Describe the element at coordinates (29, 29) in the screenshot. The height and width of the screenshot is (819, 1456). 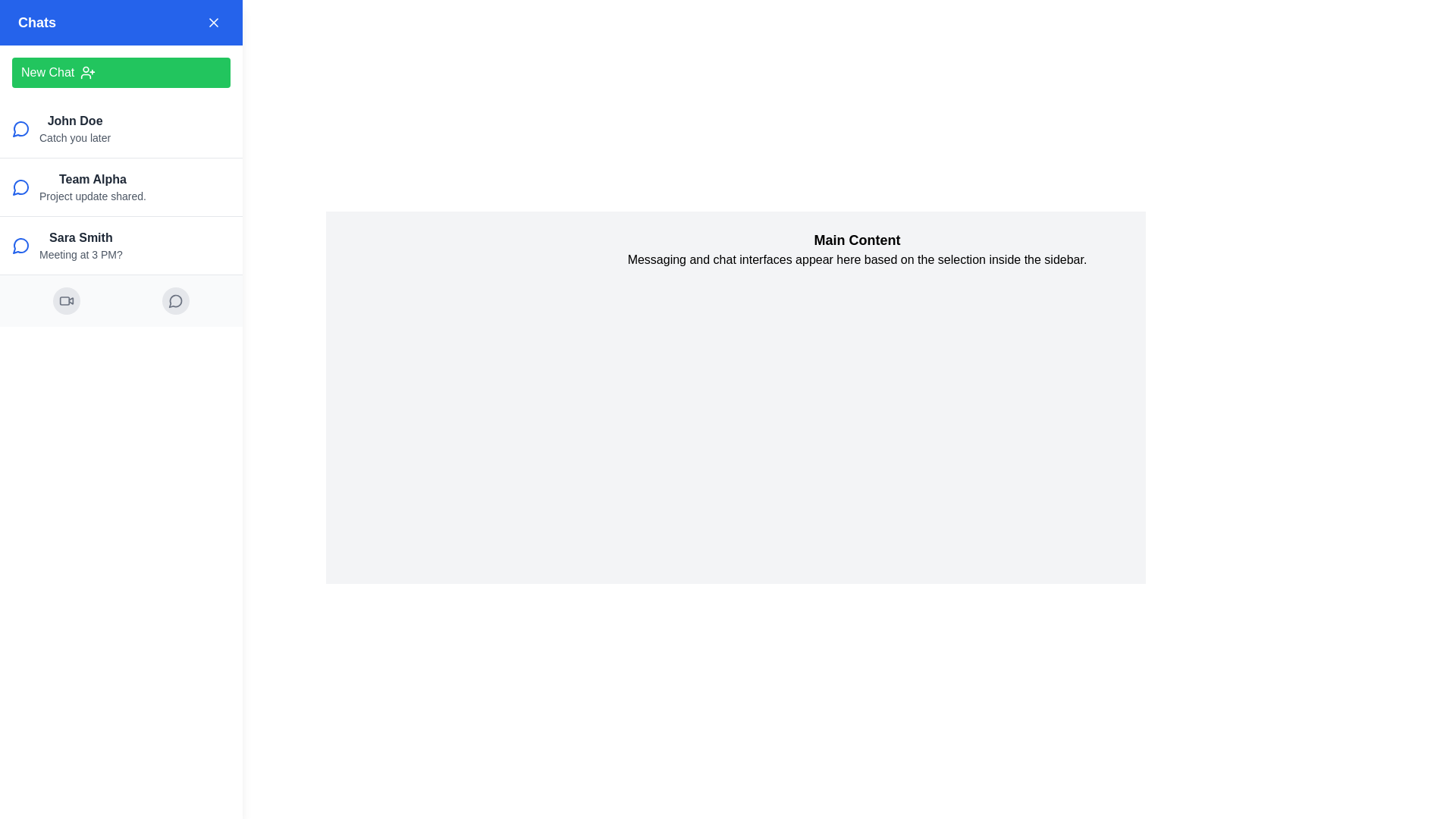
I see `the 'X' shaped icon button located in the top-left corner of the sidebar area` at that location.